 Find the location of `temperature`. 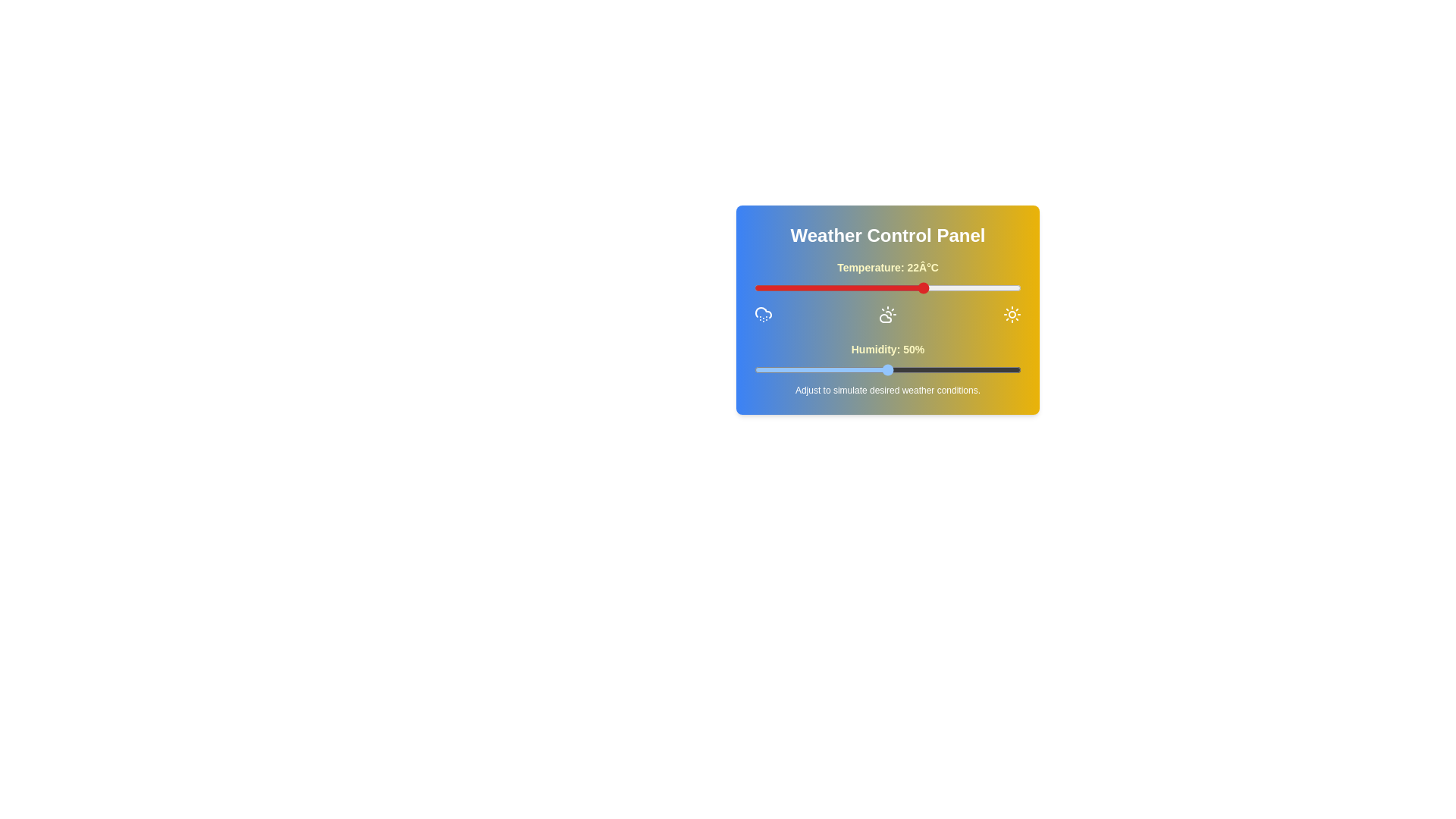

temperature is located at coordinates (760, 288).